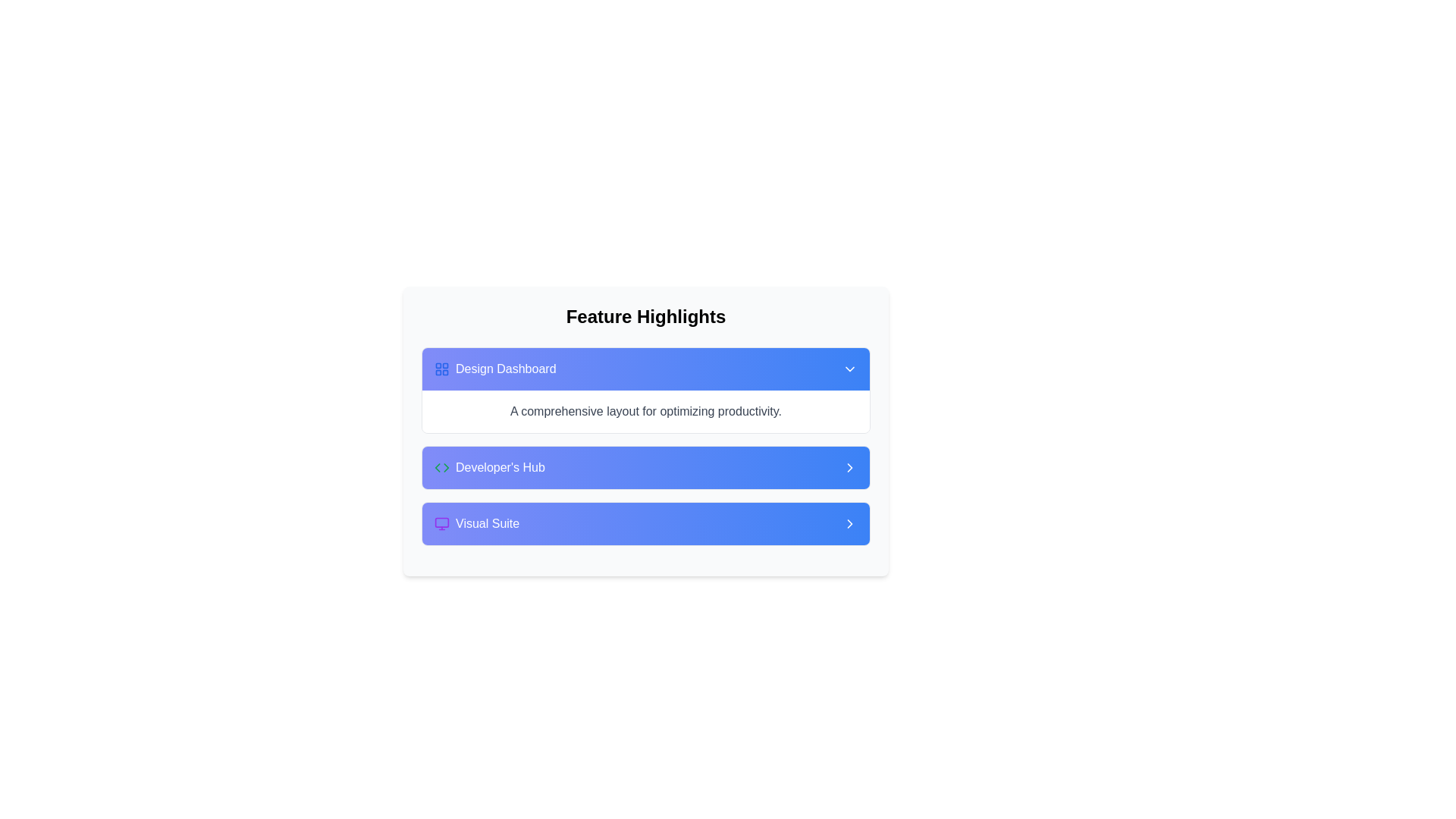  Describe the element at coordinates (850, 467) in the screenshot. I see `the chevron arrow icon located at the right end of the 'Developer's Hub' row` at that location.